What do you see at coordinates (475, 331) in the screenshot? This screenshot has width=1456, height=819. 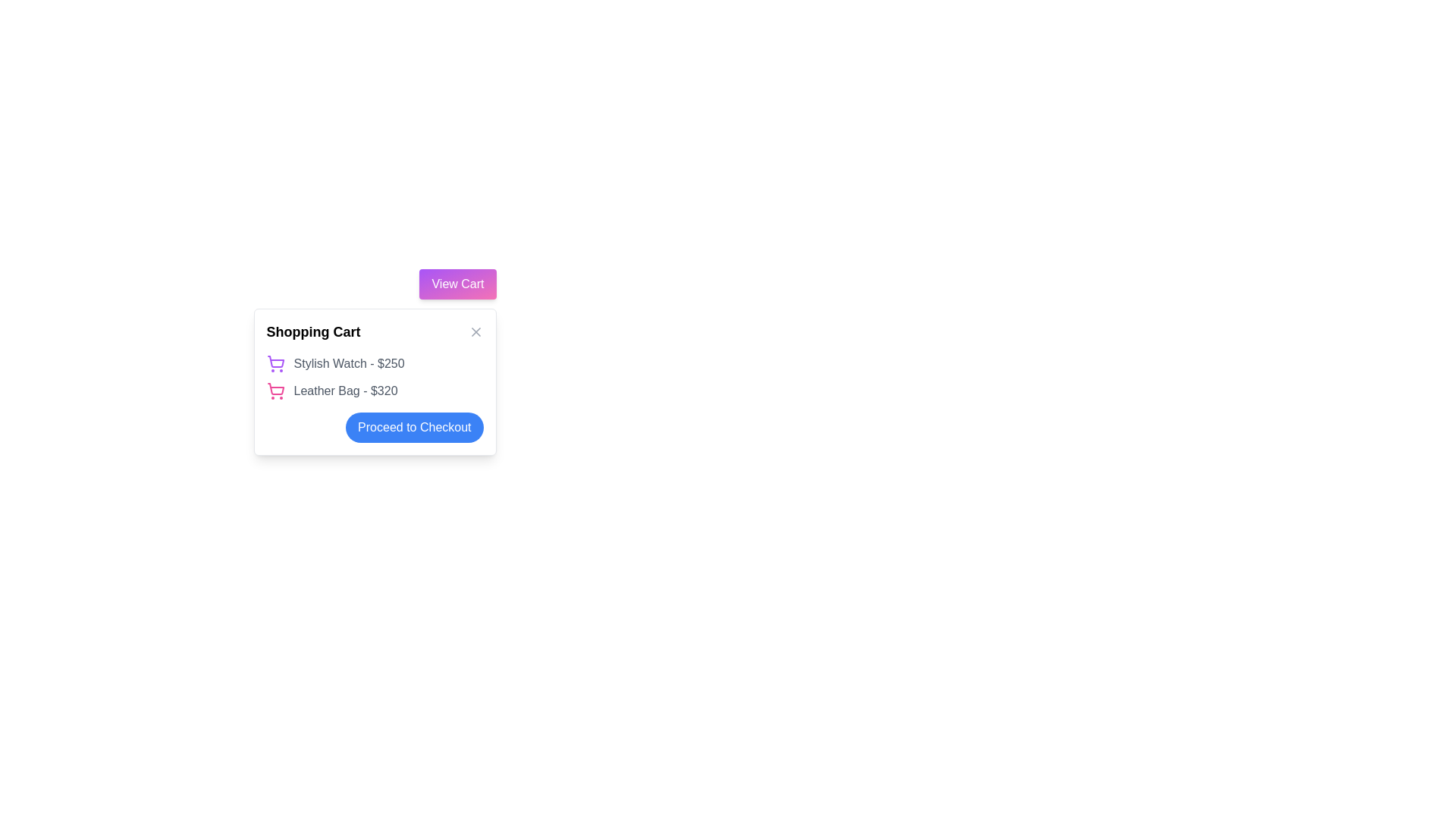 I see `the close button located at the top-right corner of the 'Shopping Cart' interface to trigger the hover effect` at bounding box center [475, 331].